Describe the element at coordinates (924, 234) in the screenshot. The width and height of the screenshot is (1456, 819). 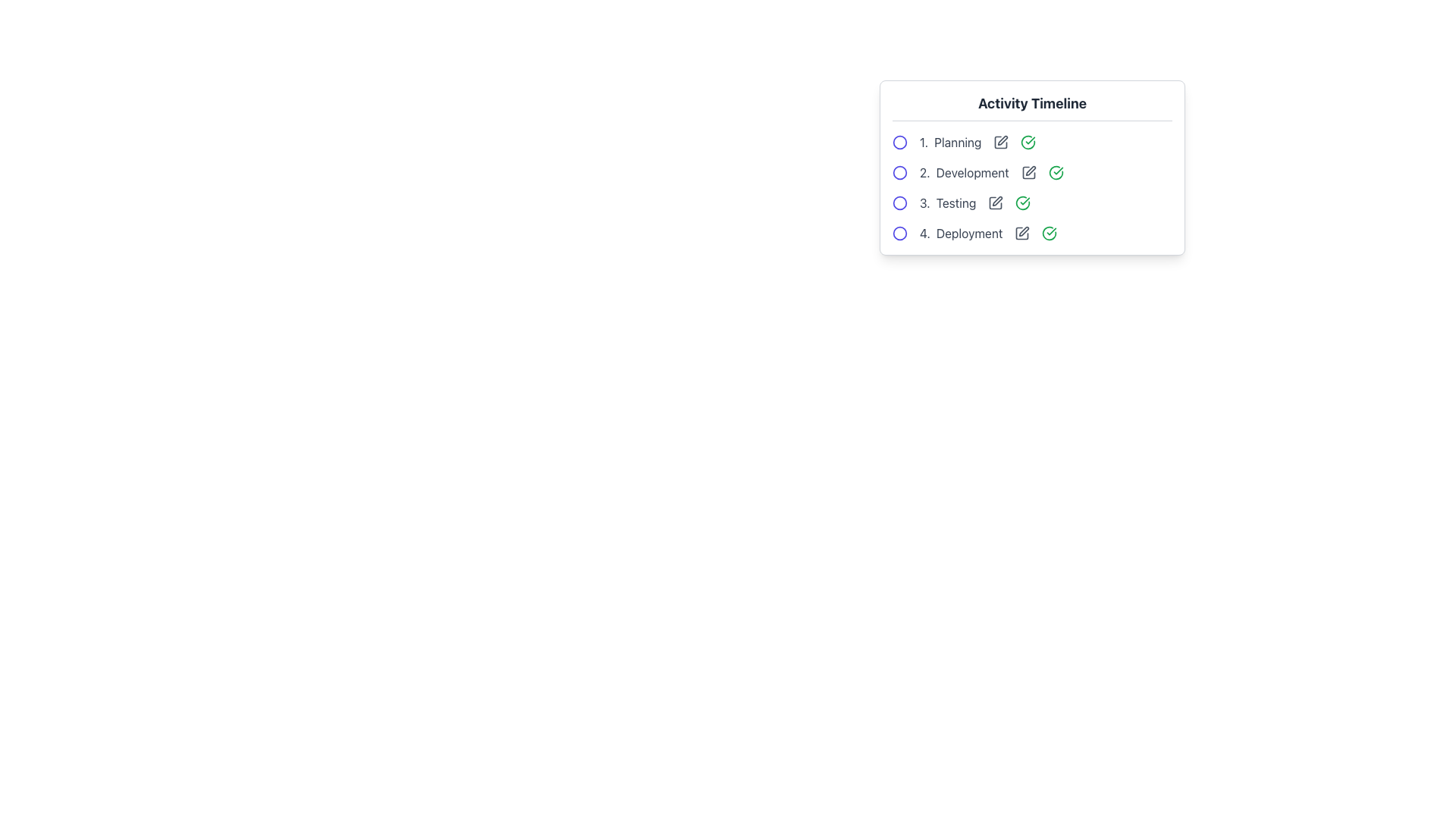
I see `the text label displaying the numeric string '4.' which is part of a numbered list in the activity timeline` at that location.